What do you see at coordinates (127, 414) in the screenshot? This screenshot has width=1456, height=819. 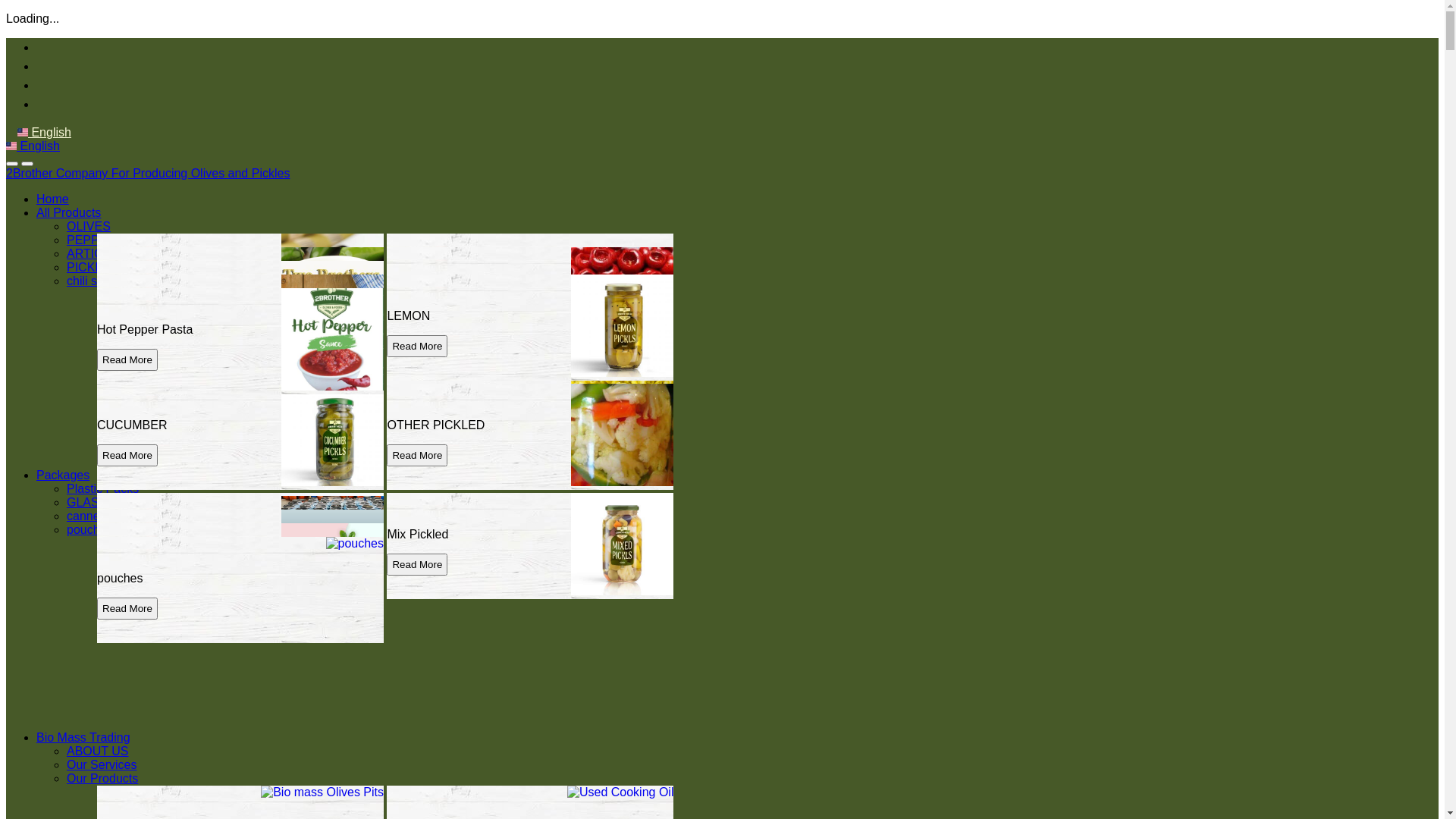 I see `'Read More'` at bounding box center [127, 414].